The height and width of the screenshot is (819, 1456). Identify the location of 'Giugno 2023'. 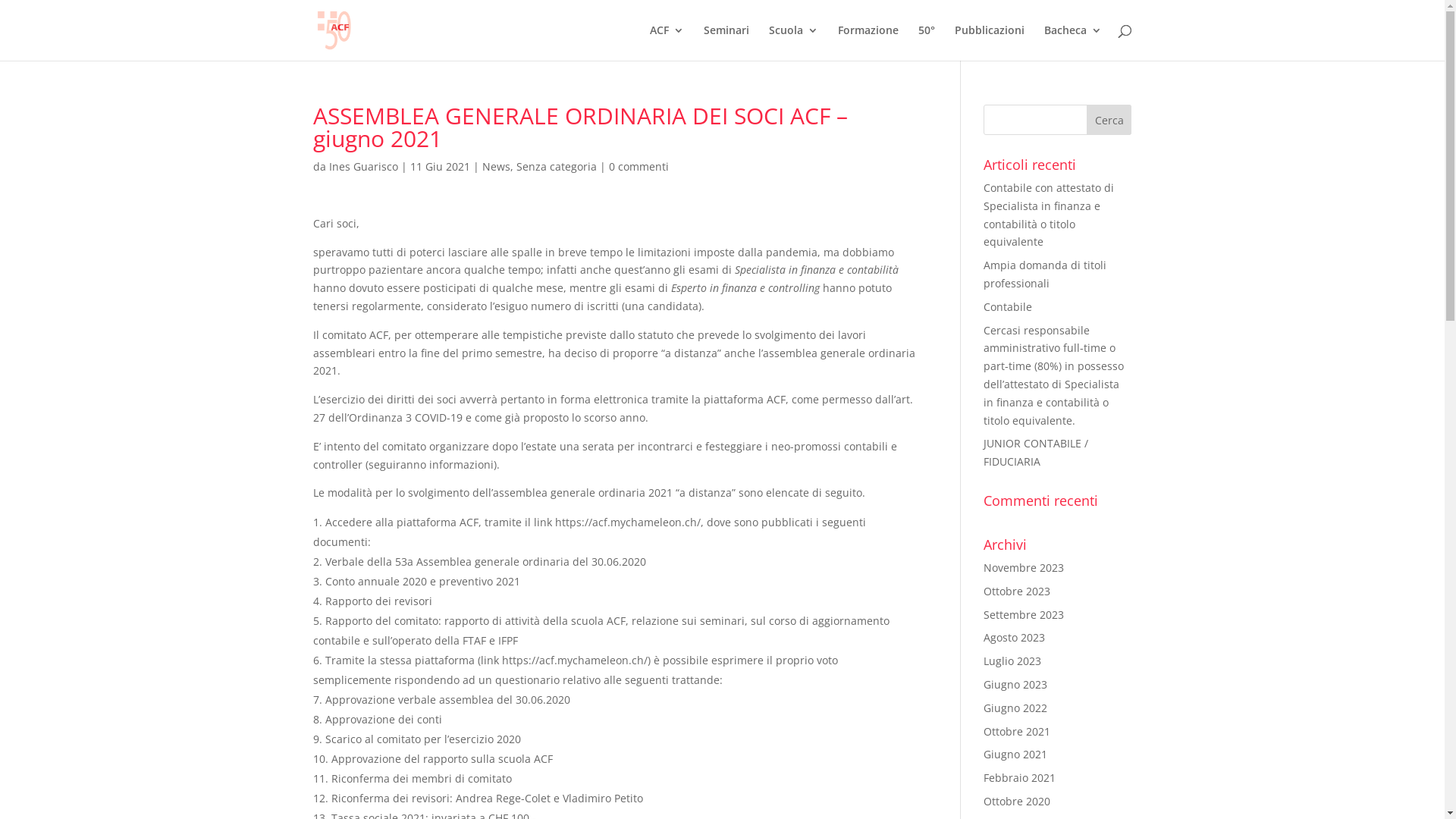
(1015, 684).